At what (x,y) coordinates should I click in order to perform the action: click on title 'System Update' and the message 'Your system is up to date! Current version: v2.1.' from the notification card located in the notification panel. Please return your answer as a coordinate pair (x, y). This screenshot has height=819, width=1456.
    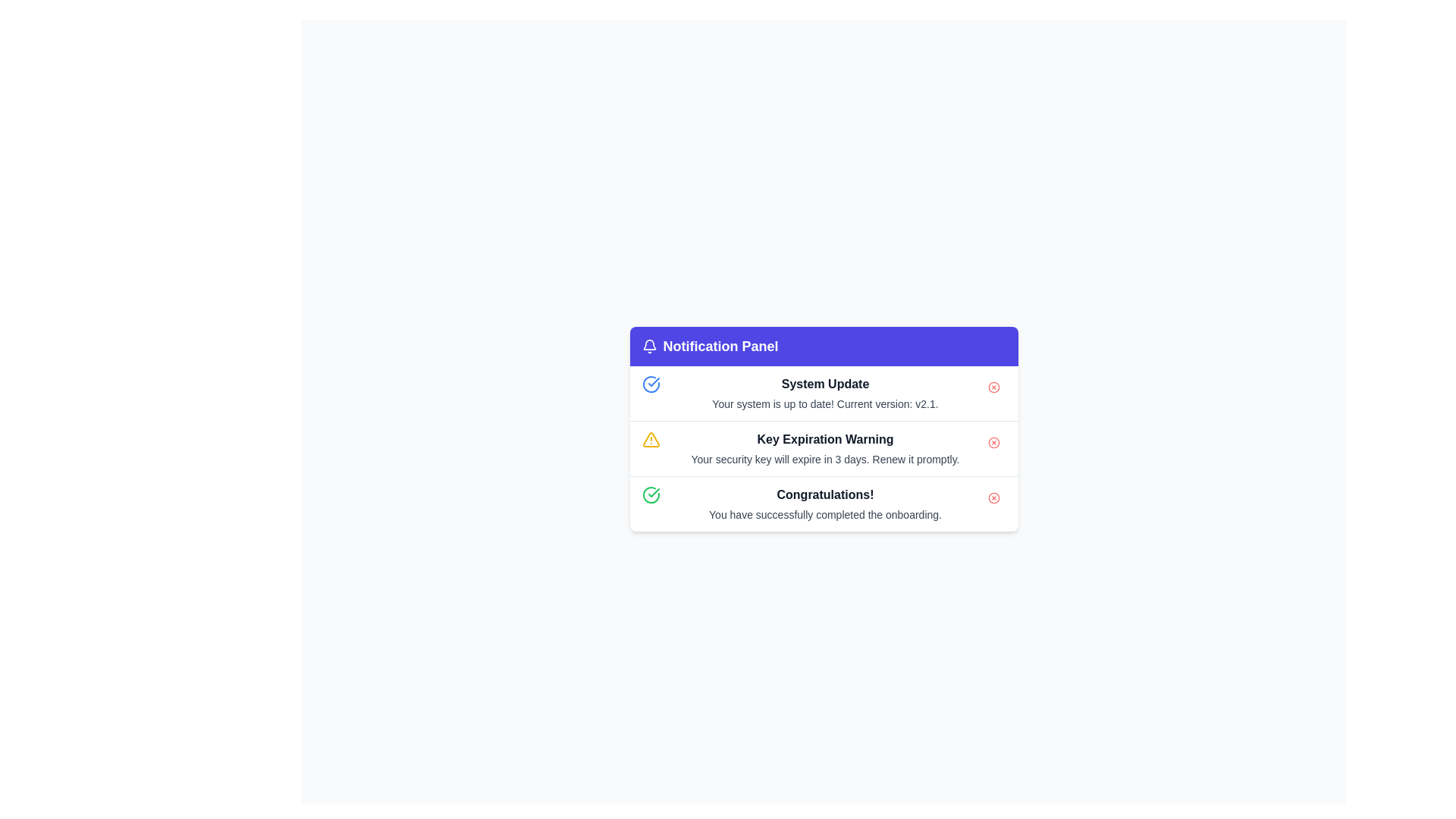
    Looking at the image, I should click on (823, 393).